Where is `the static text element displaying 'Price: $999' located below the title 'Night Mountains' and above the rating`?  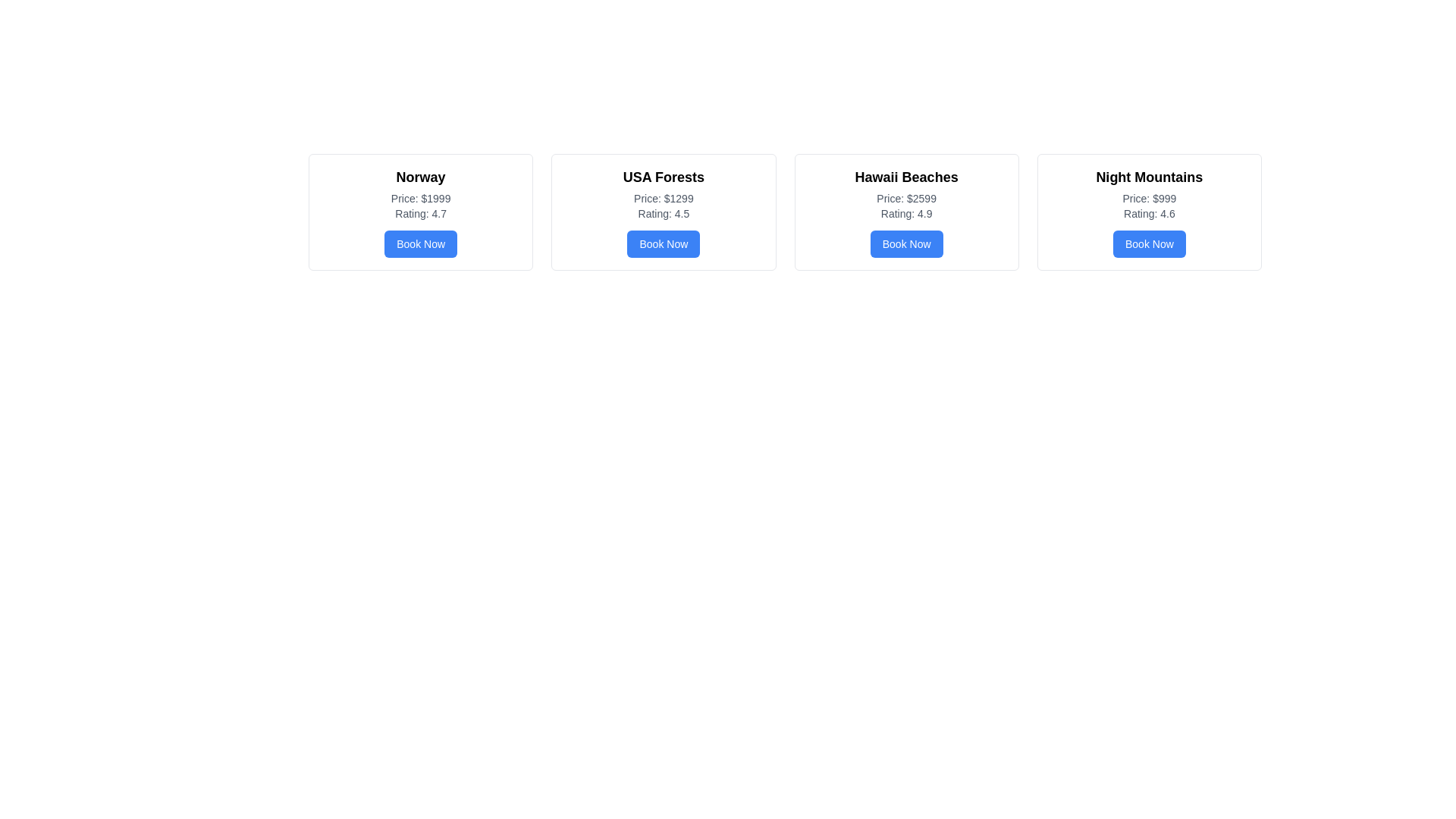 the static text element displaying 'Price: $999' located below the title 'Night Mountains' and above the rating is located at coordinates (1149, 198).